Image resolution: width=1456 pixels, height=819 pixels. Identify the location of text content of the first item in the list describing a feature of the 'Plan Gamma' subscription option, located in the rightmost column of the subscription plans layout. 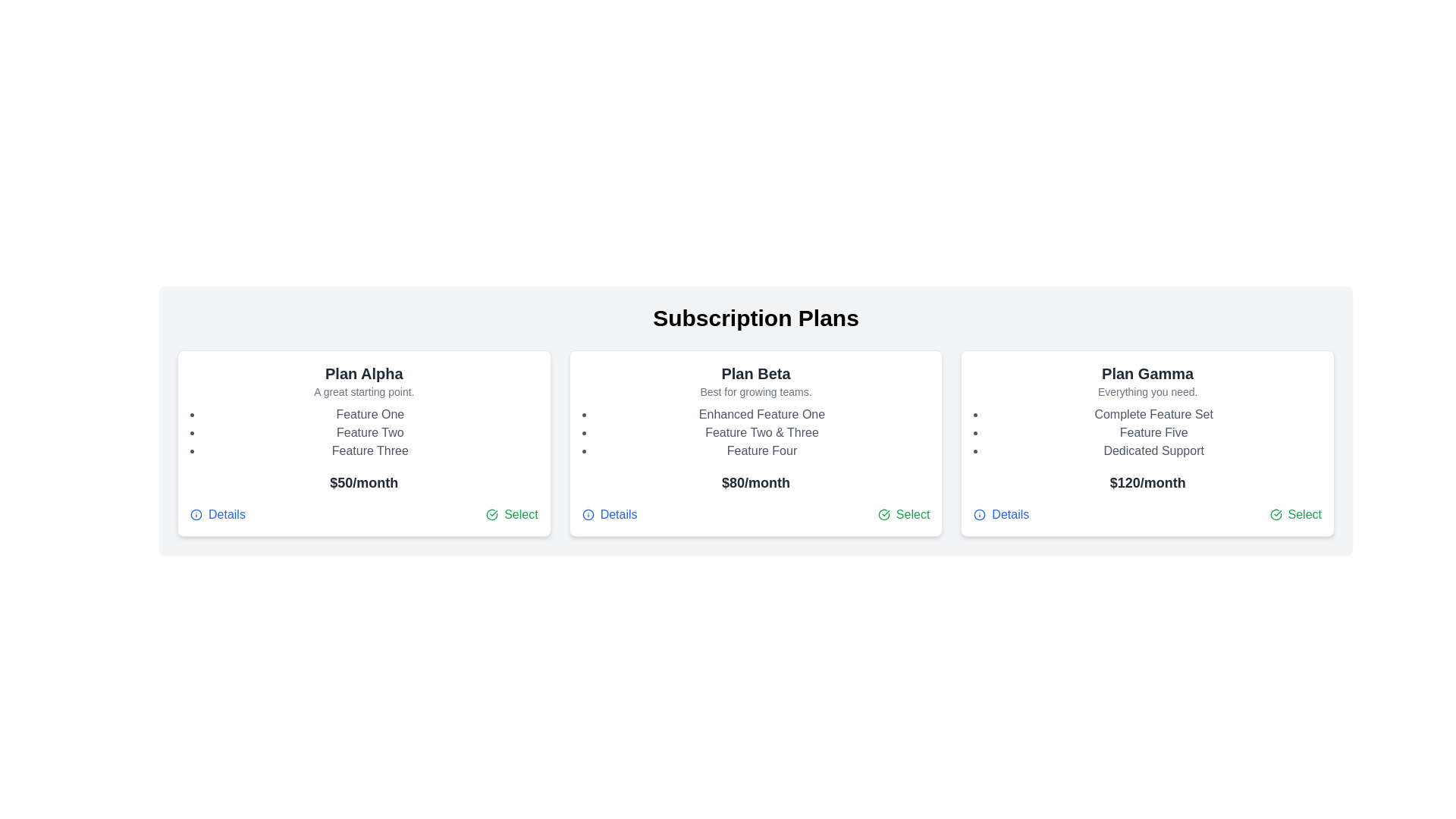
(1153, 415).